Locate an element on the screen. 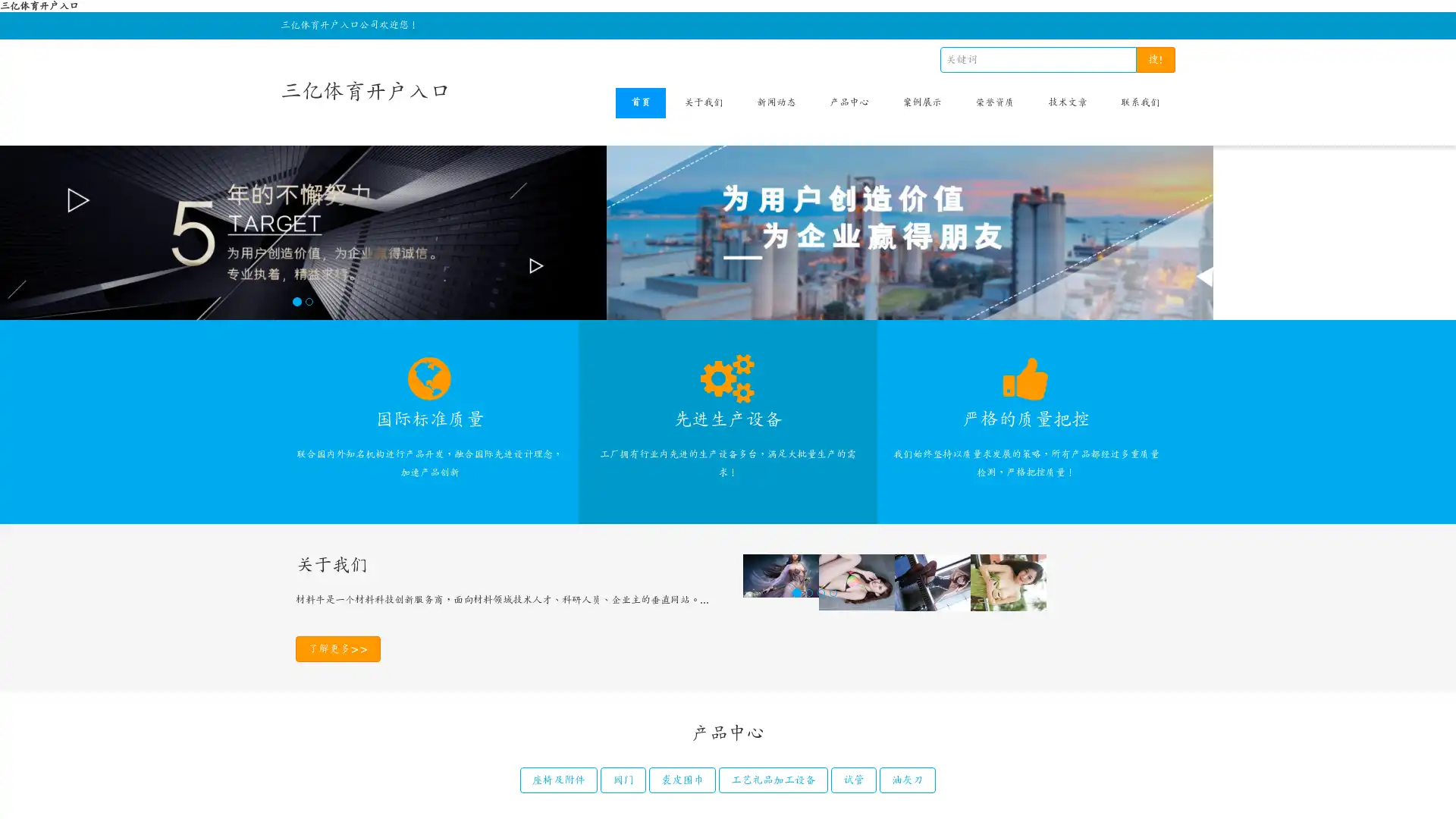 Image resolution: width=1456 pixels, height=819 pixels. ! is located at coordinates (1155, 58).